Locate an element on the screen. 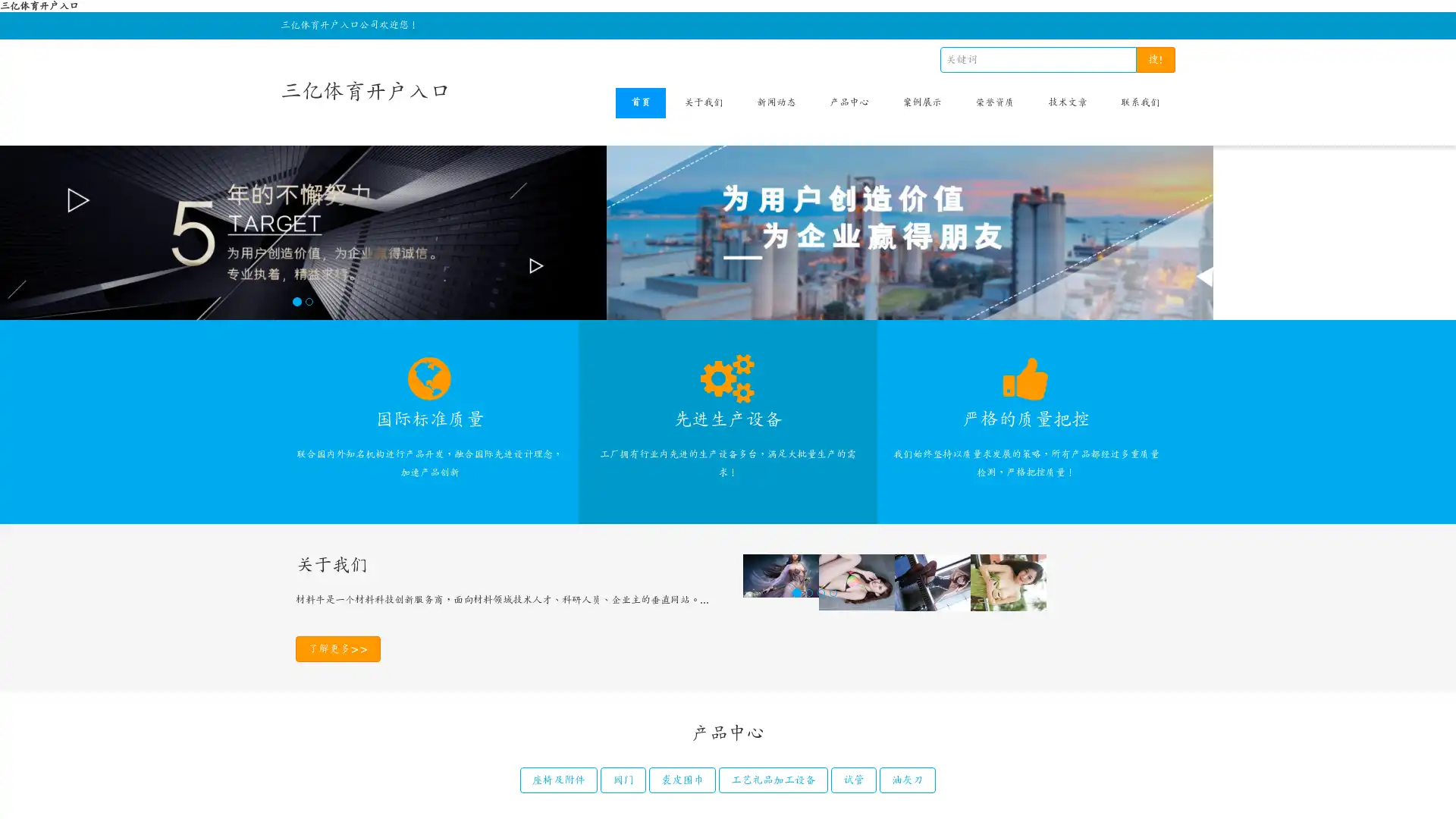 Image resolution: width=1456 pixels, height=819 pixels. ! is located at coordinates (1155, 58).